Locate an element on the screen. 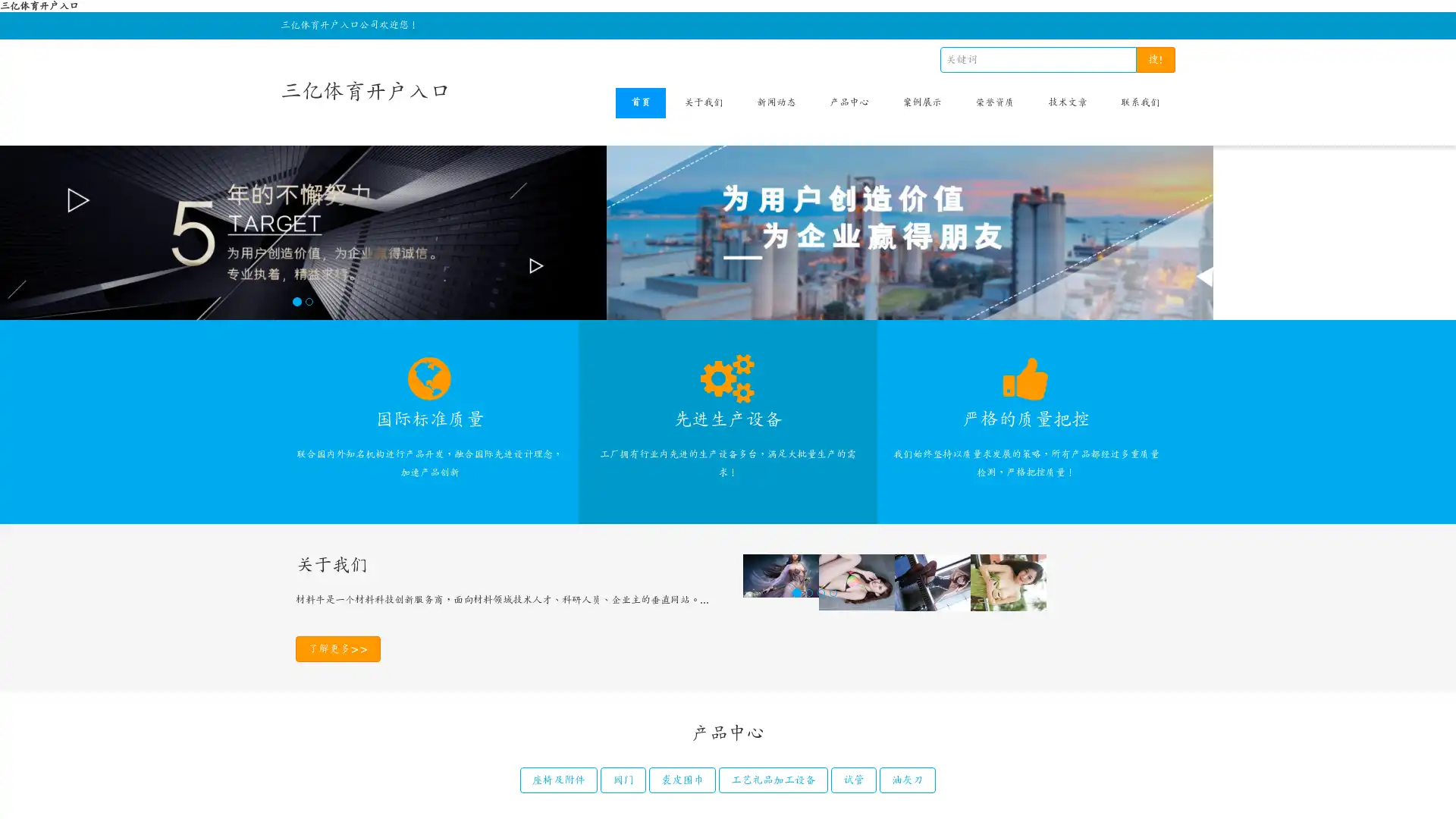 Image resolution: width=1456 pixels, height=819 pixels. ! is located at coordinates (1155, 58).